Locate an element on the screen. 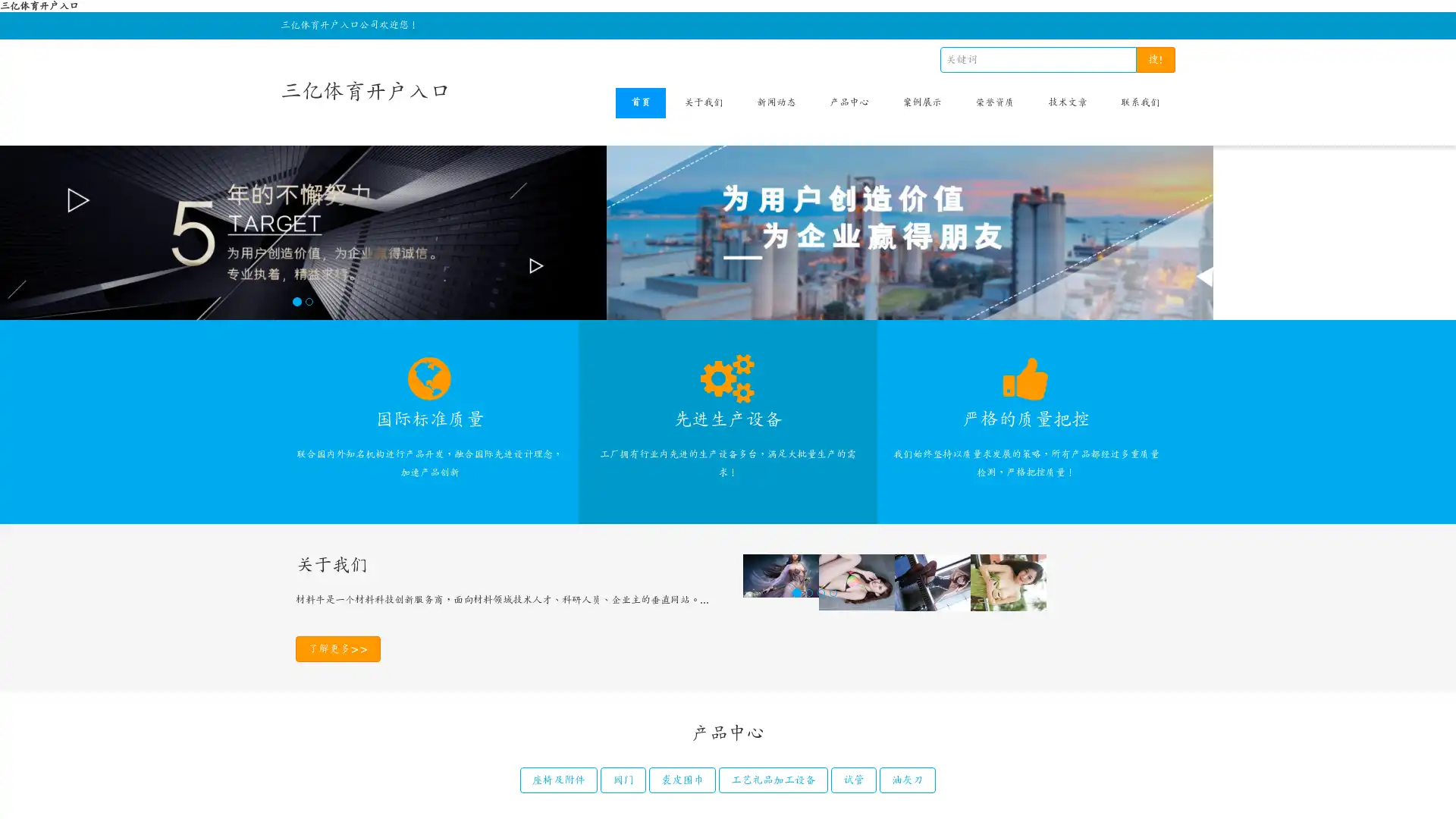 Image resolution: width=1456 pixels, height=819 pixels. ! is located at coordinates (1155, 58).